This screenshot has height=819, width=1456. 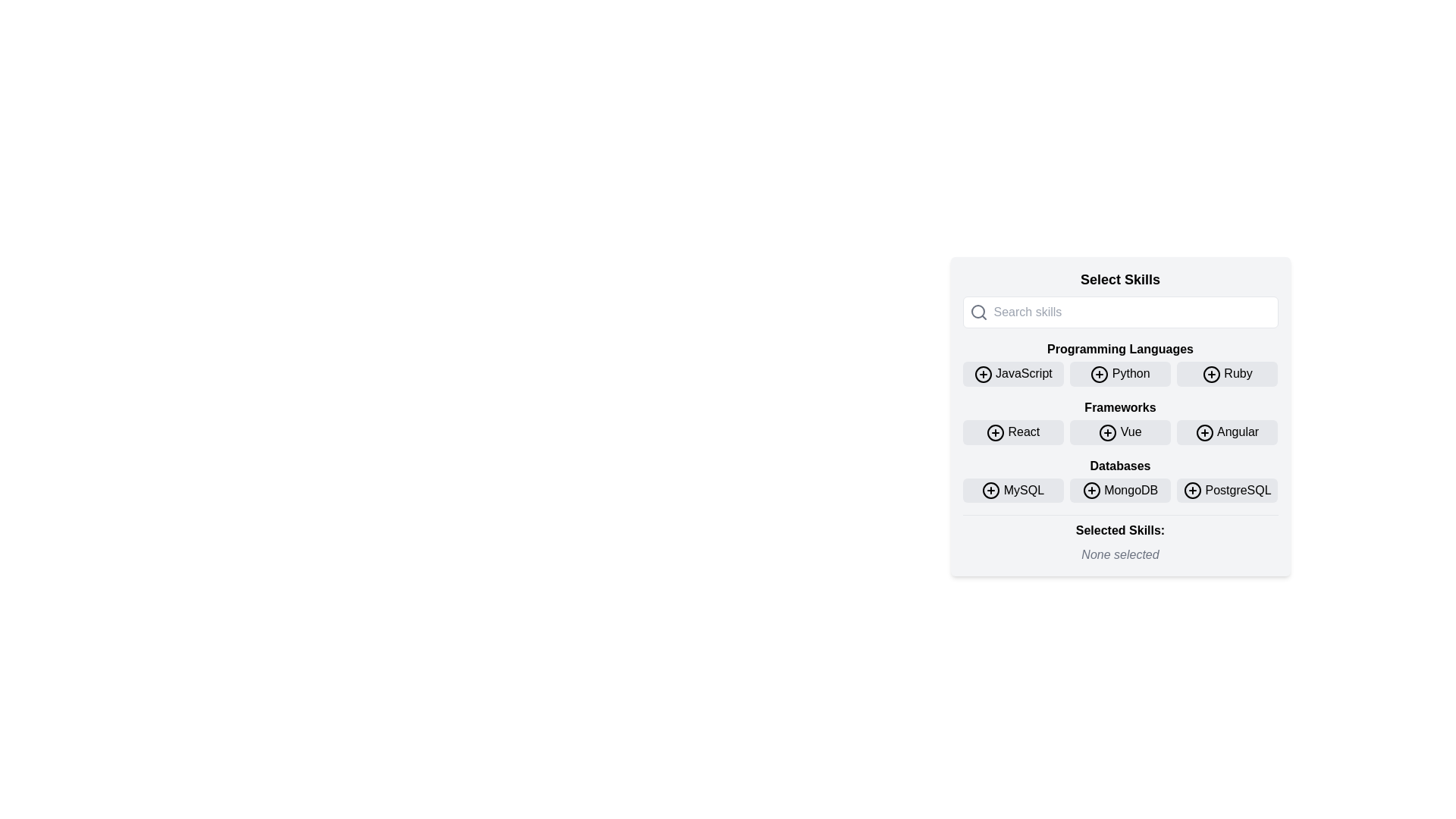 What do you see at coordinates (1090, 491) in the screenshot?
I see `the Icon button located on the left side of the 'MongoDB' button` at bounding box center [1090, 491].